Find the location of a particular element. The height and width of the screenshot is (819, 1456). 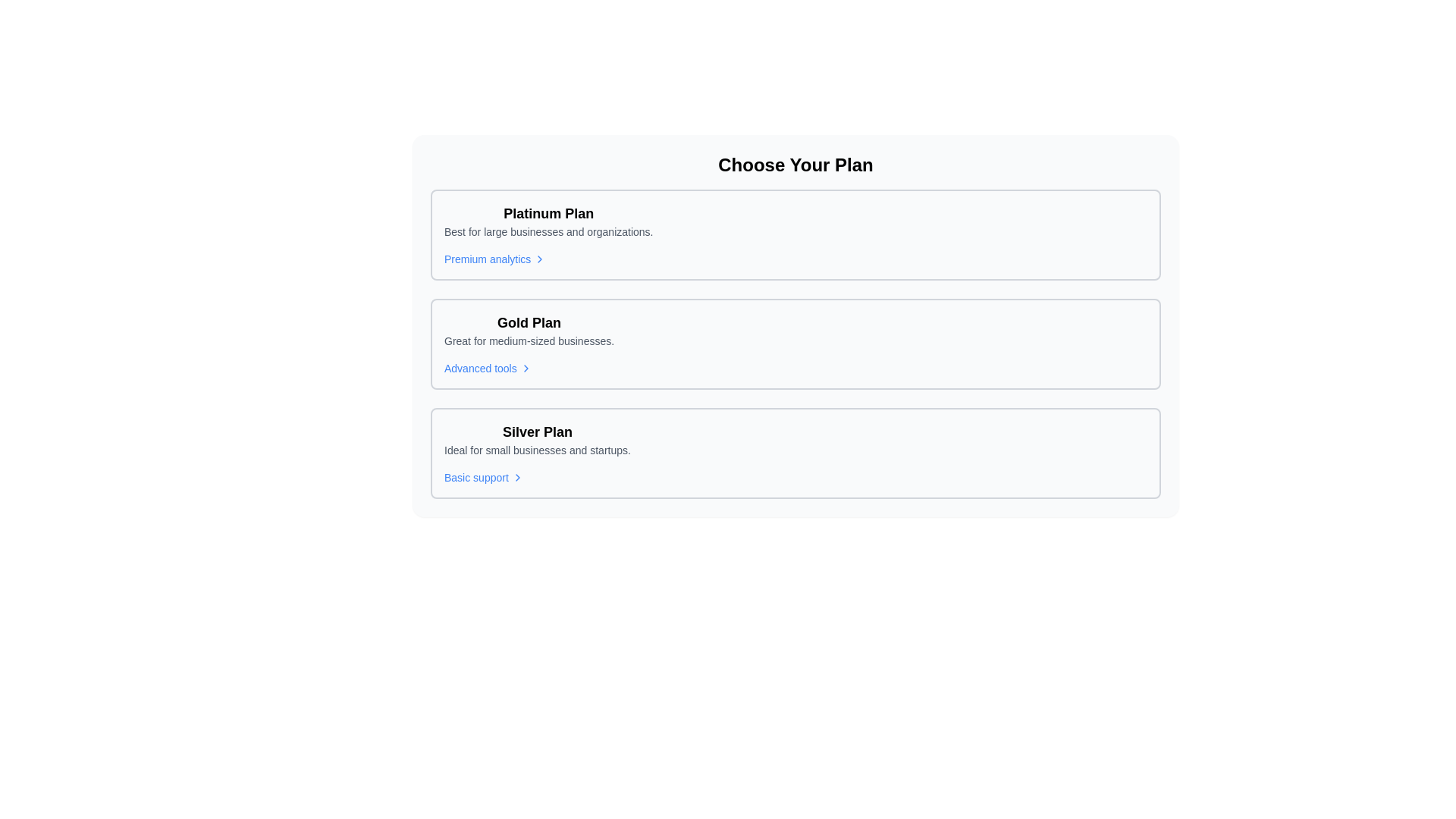

the small chevron arrow icon pointing to the right, located adjacent to the text 'Advanced tools' in the 'Gold Plan' section is located at coordinates (526, 369).